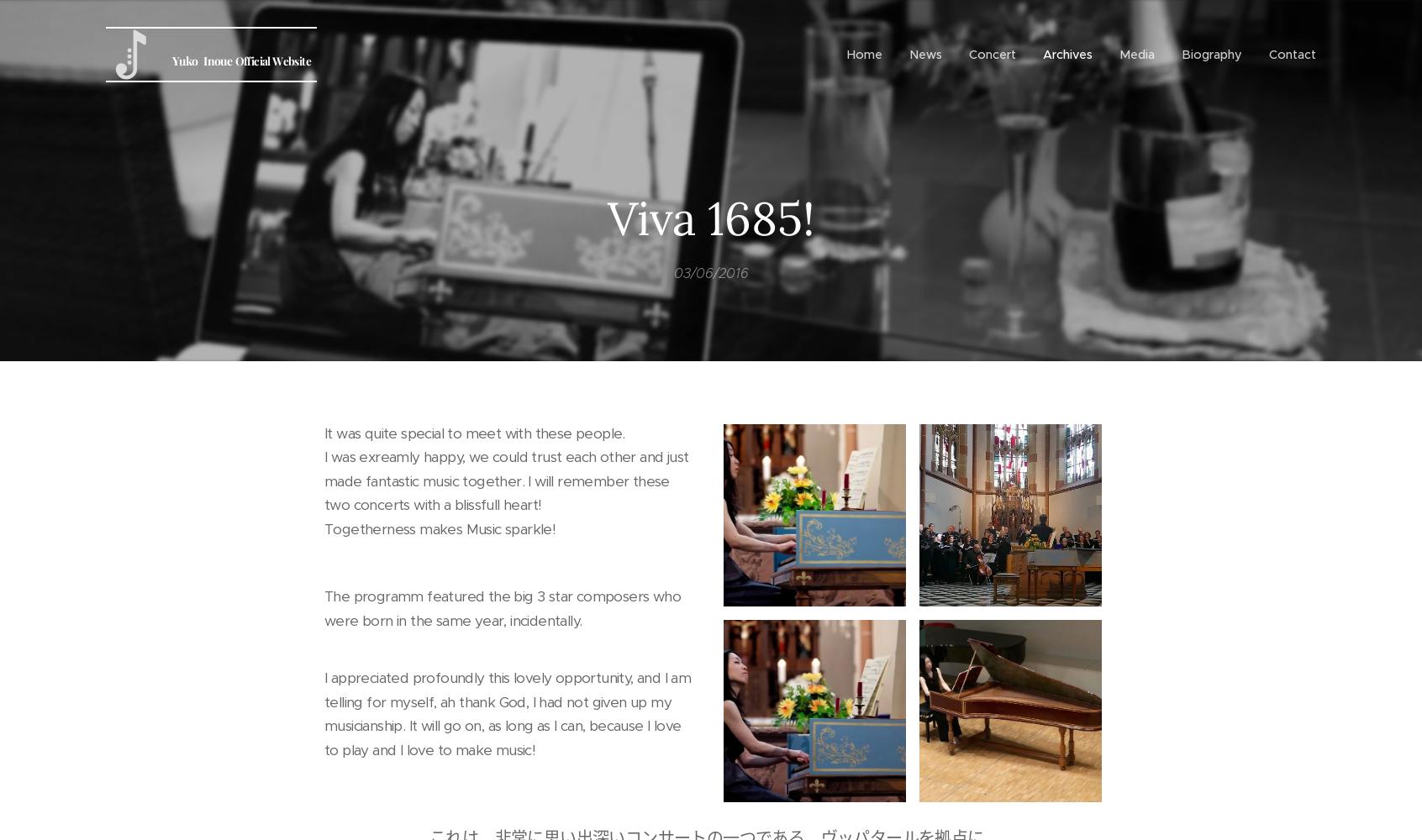  I want to click on 'Inoue', so click(218, 60).